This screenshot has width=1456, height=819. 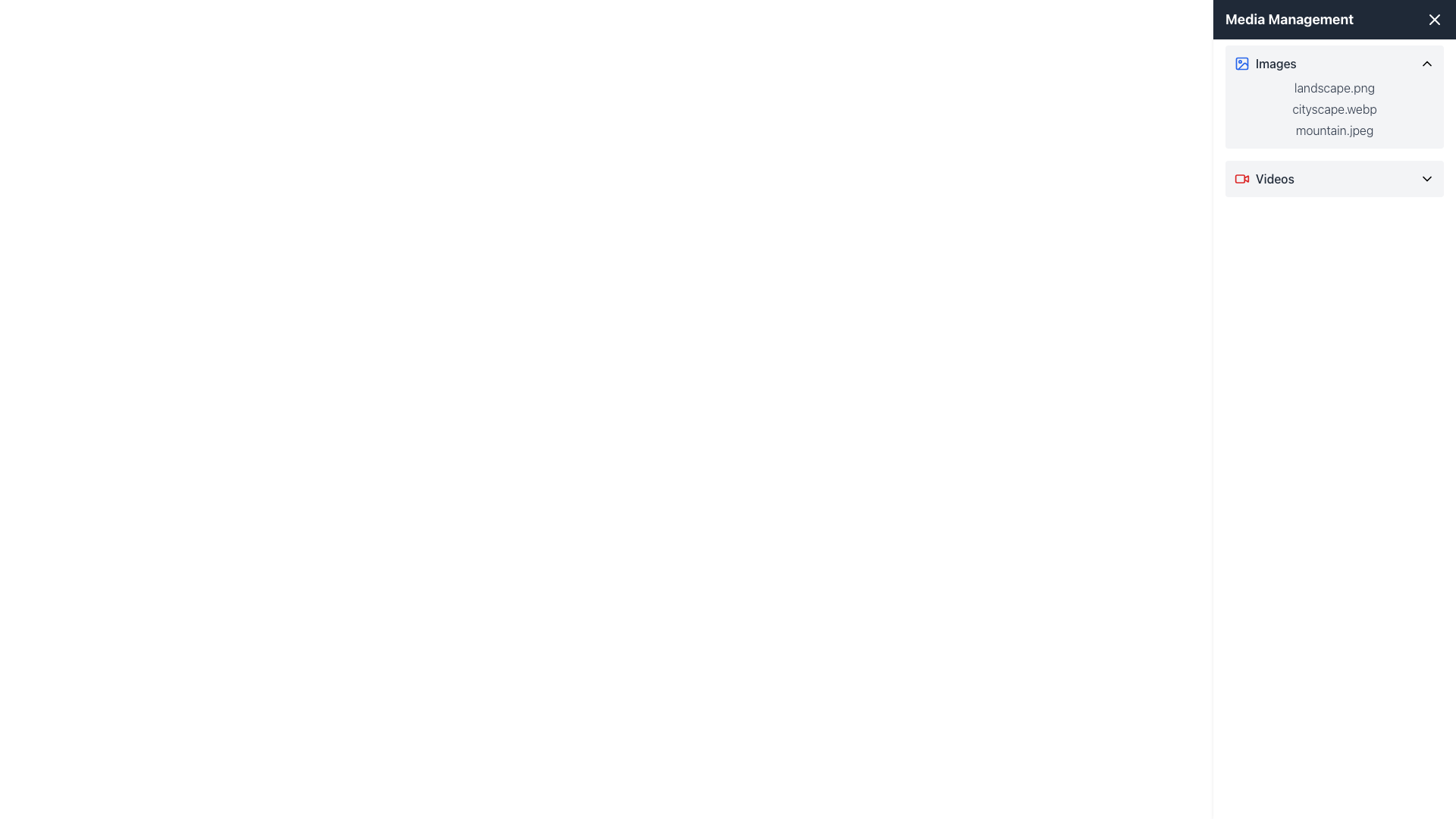 What do you see at coordinates (1241, 63) in the screenshot?
I see `the blue image icon located in the top-left corner of the 'Images' section header in the Media Management panel, which is the first element to the left of the 'Images' label` at bounding box center [1241, 63].